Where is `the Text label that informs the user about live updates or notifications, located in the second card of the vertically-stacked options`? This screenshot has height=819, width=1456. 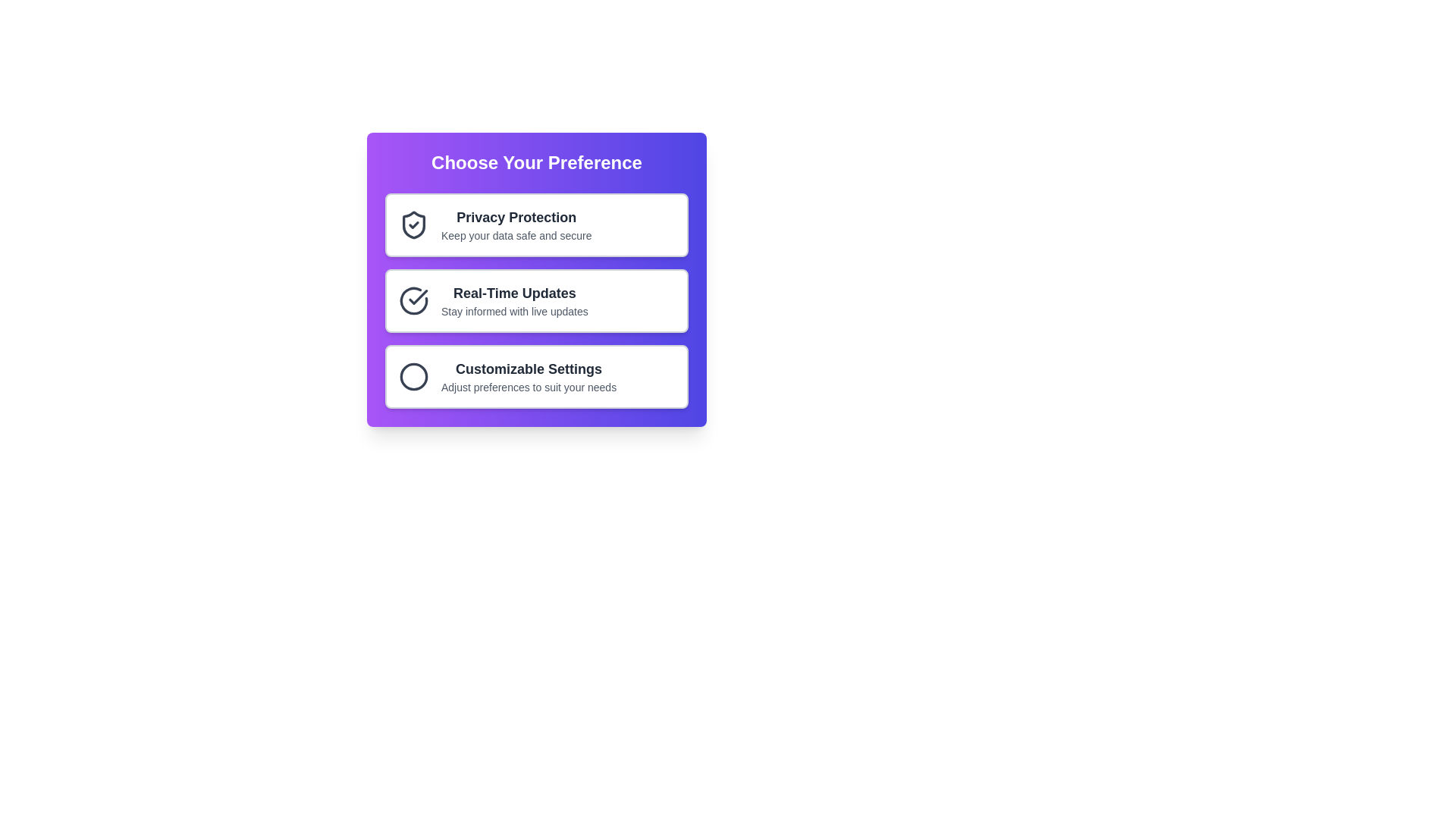
the Text label that informs the user about live updates or notifications, located in the second card of the vertically-stacked options is located at coordinates (514, 293).